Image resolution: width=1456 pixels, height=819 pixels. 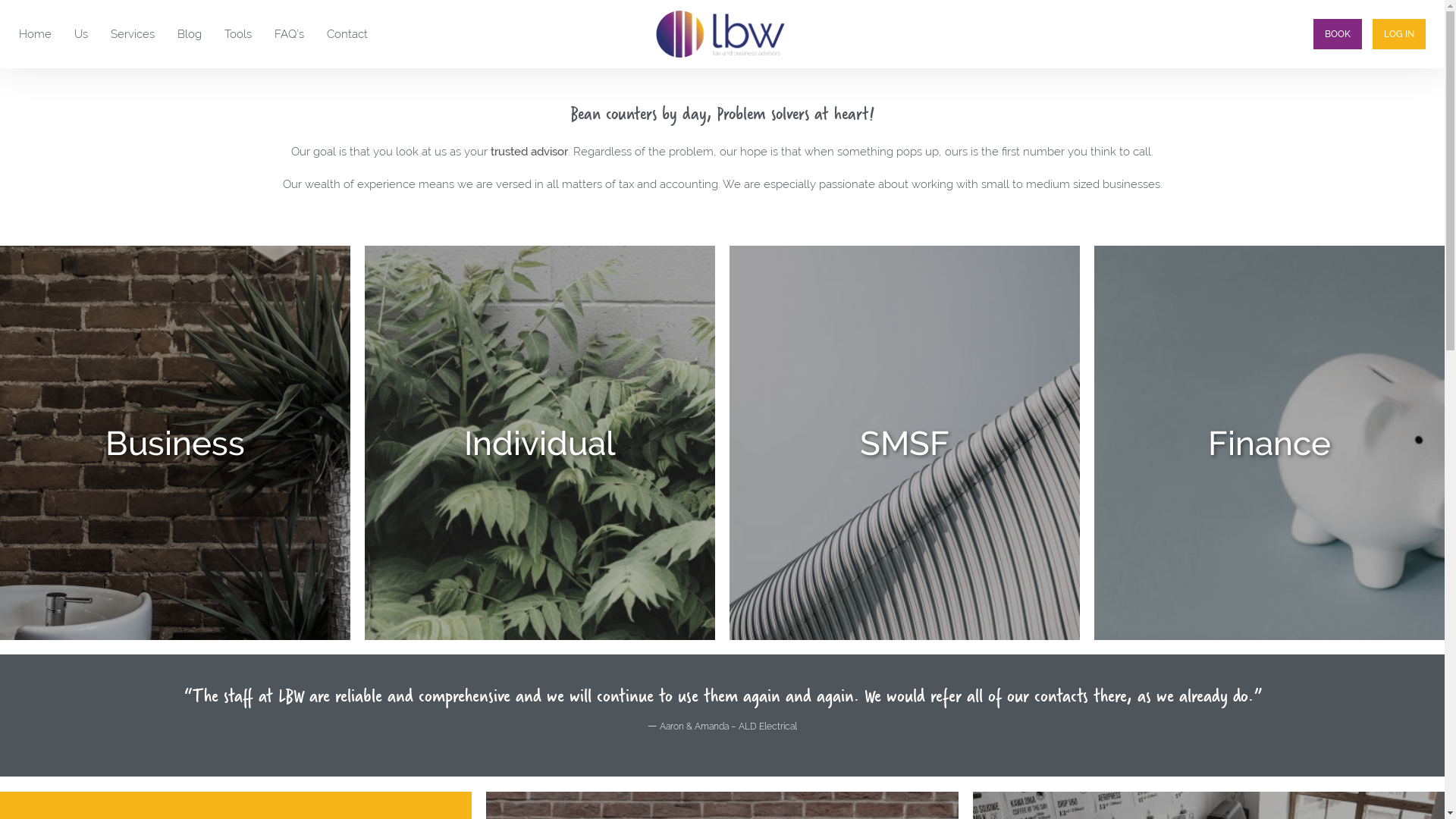 I want to click on 'LOG IN', so click(x=1398, y=34).